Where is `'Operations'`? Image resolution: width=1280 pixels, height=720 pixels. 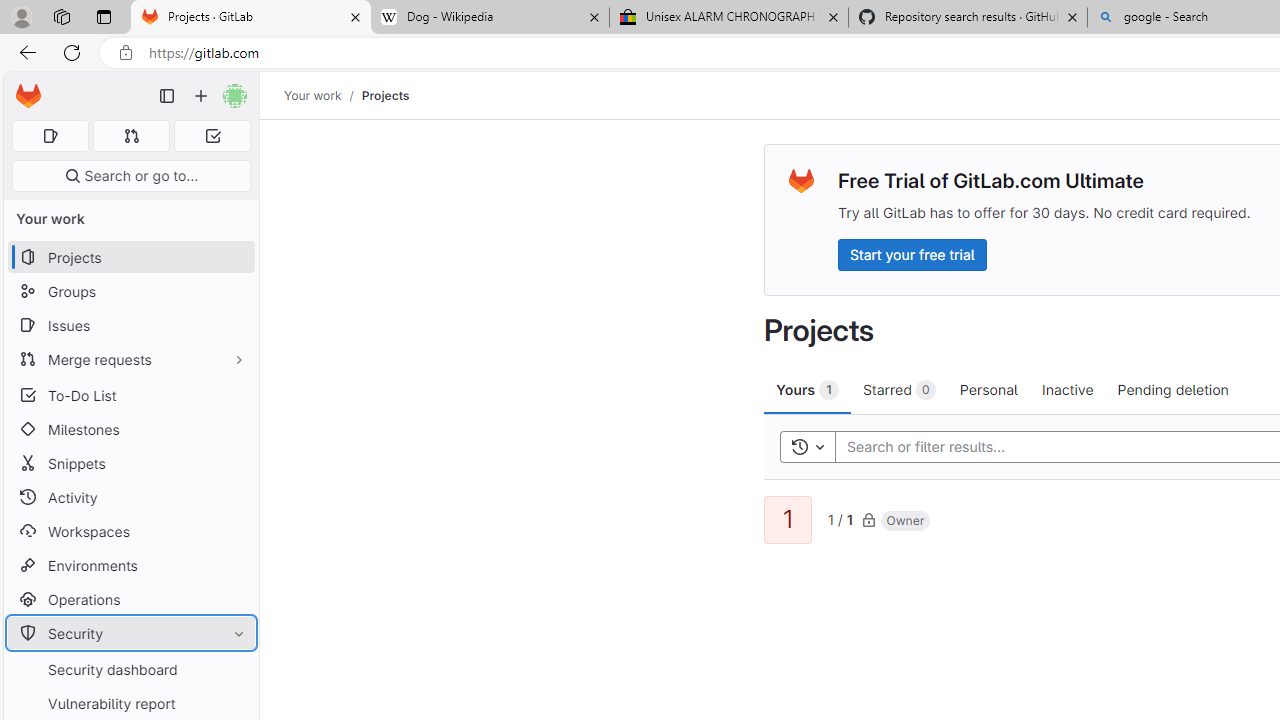
'Operations' is located at coordinates (130, 598).